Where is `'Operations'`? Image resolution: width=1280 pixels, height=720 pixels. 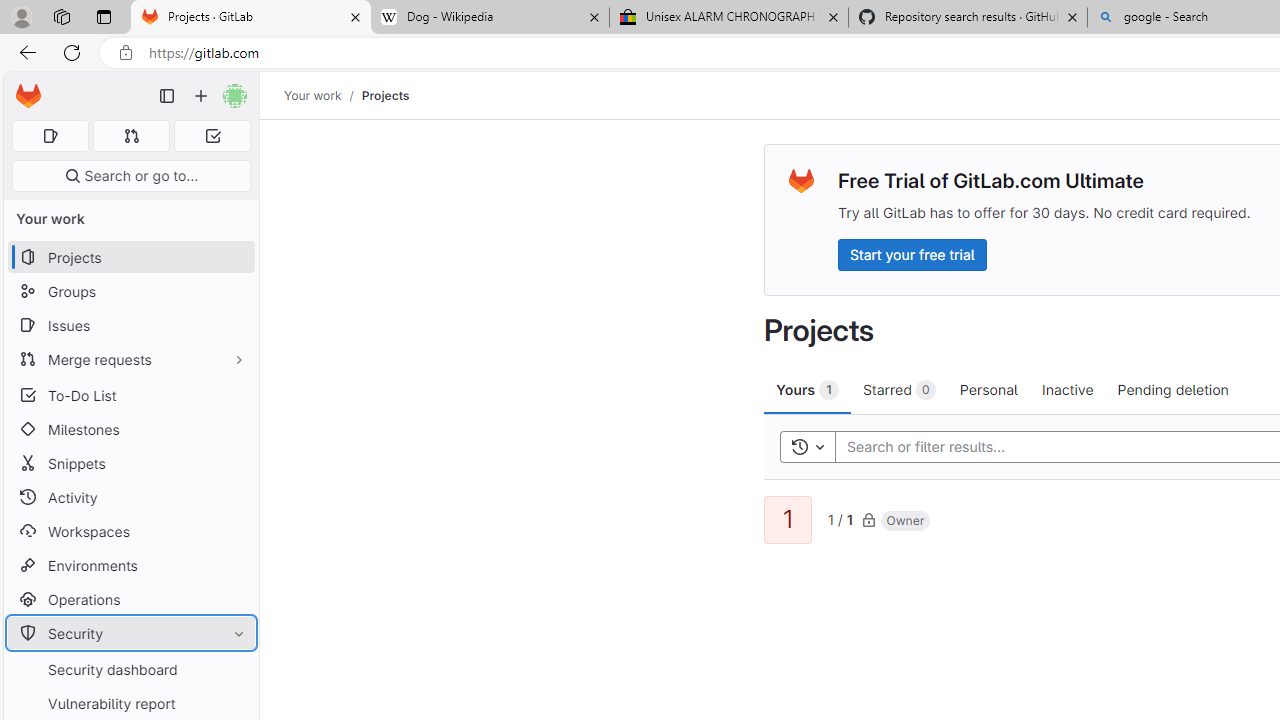
'Operations' is located at coordinates (130, 598).